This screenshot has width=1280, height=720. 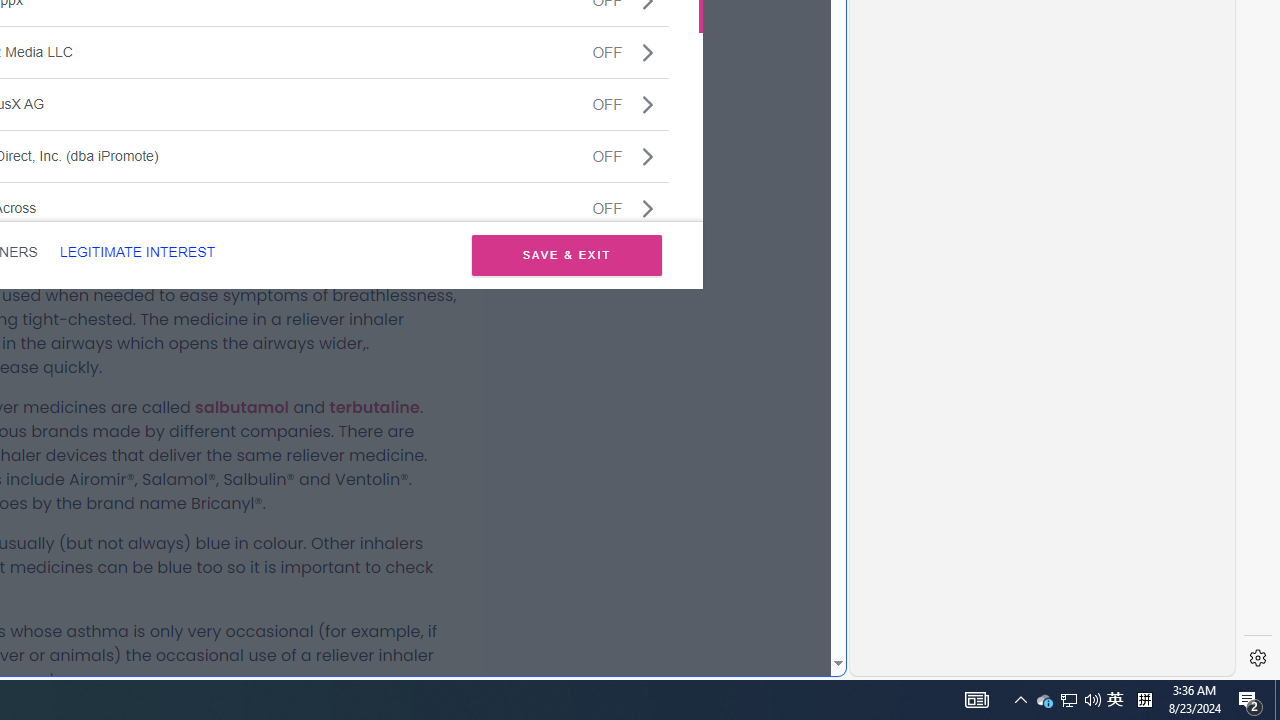 What do you see at coordinates (240, 406) in the screenshot?
I see `'salbutamol'` at bounding box center [240, 406].